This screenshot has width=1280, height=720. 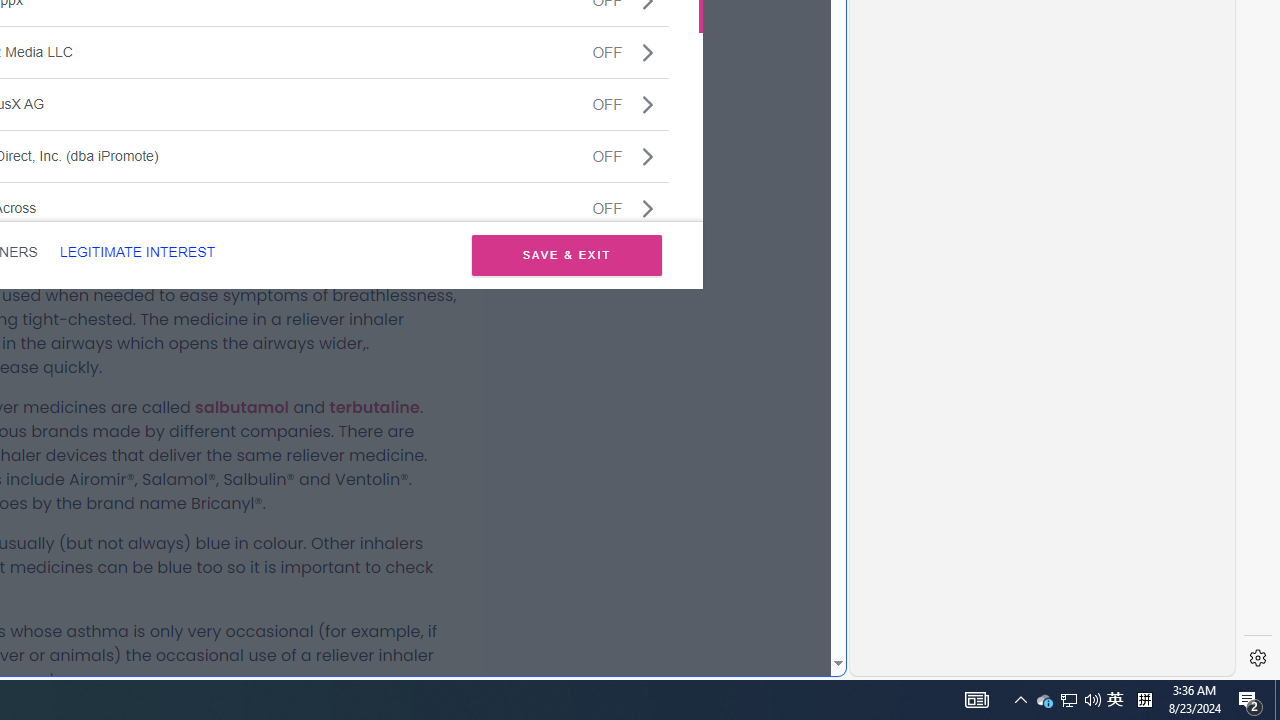 What do you see at coordinates (240, 406) in the screenshot?
I see `'salbutamol'` at bounding box center [240, 406].